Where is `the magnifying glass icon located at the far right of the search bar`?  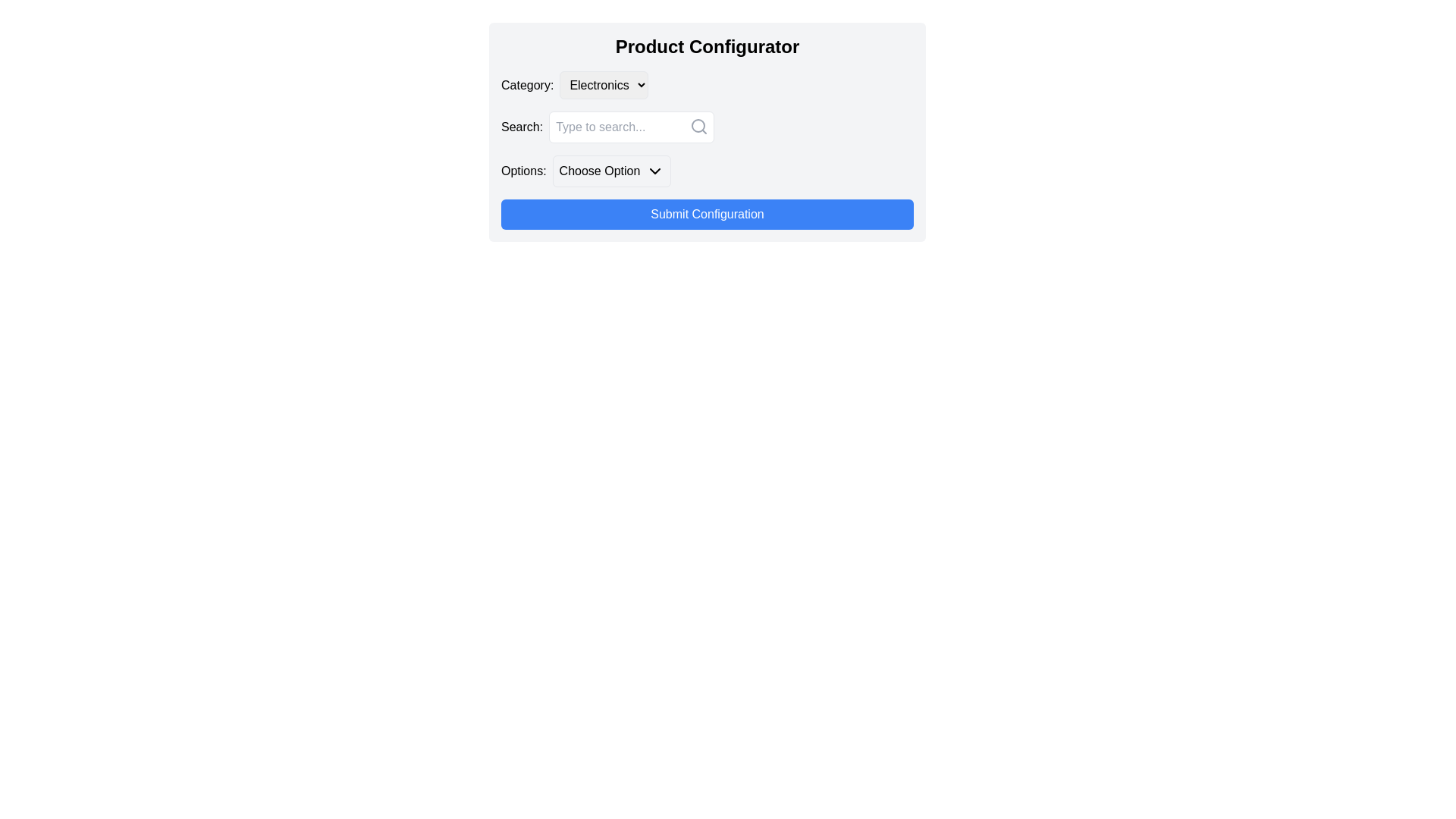
the magnifying glass icon located at the far right of the search bar is located at coordinates (698, 125).